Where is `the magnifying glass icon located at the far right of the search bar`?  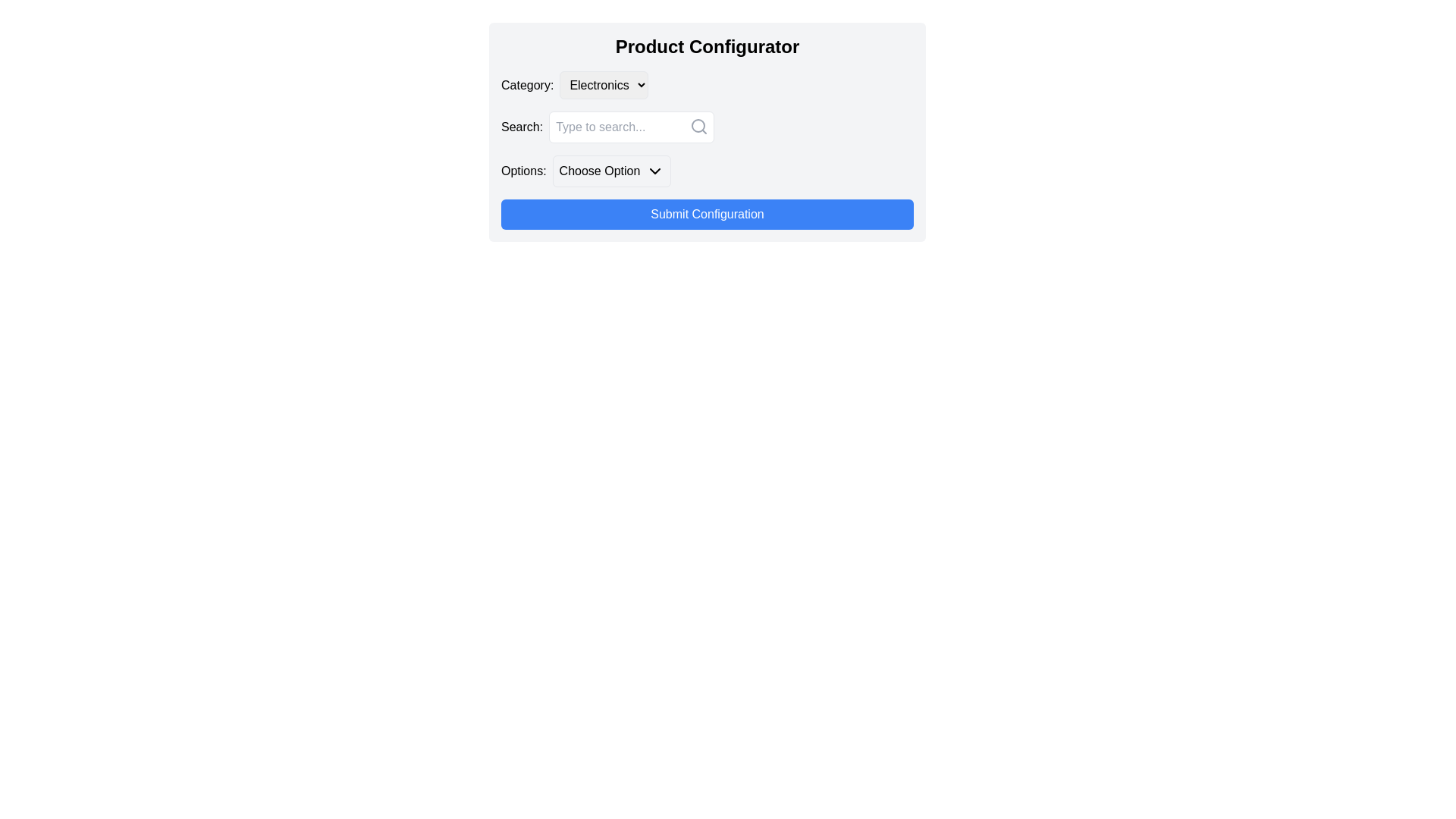
the magnifying glass icon located at the far right of the search bar is located at coordinates (698, 125).